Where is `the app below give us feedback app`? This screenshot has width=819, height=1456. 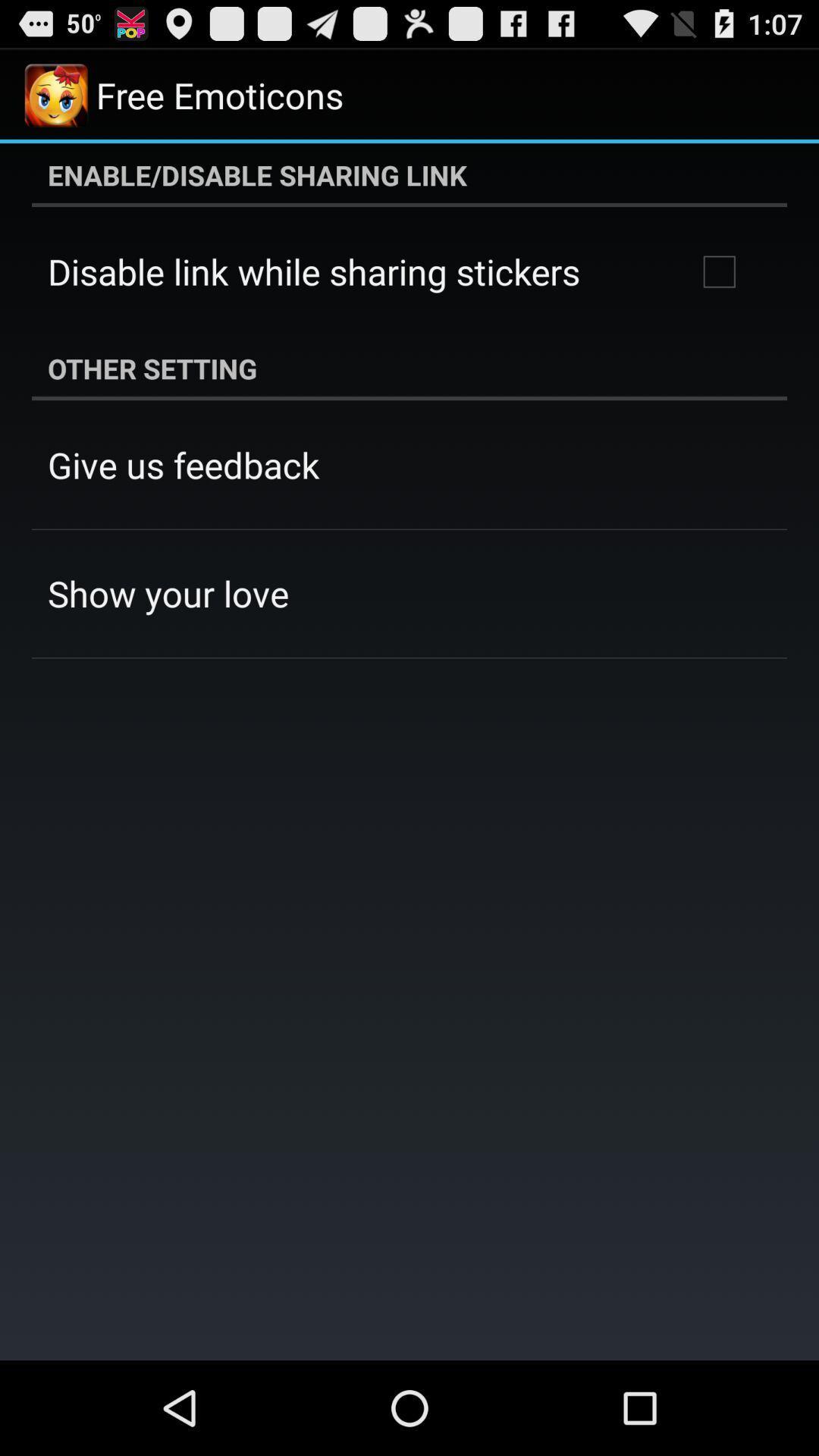 the app below give us feedback app is located at coordinates (168, 592).